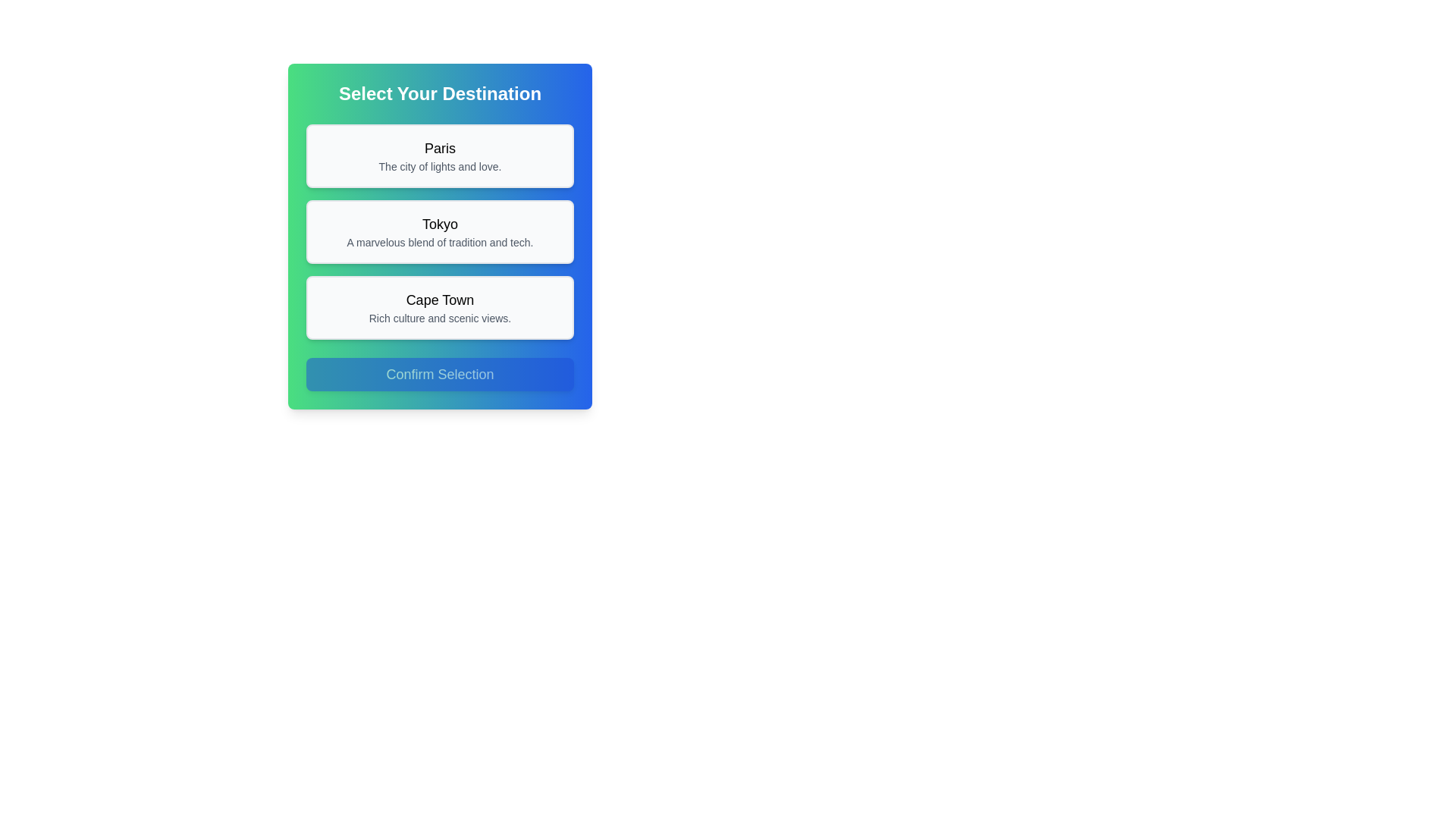 This screenshot has width=1456, height=819. I want to click on the informative text element that provides additional descriptive information about the option 'Tokyo', which is positioned below the main text 'Tokyo', so click(439, 242).